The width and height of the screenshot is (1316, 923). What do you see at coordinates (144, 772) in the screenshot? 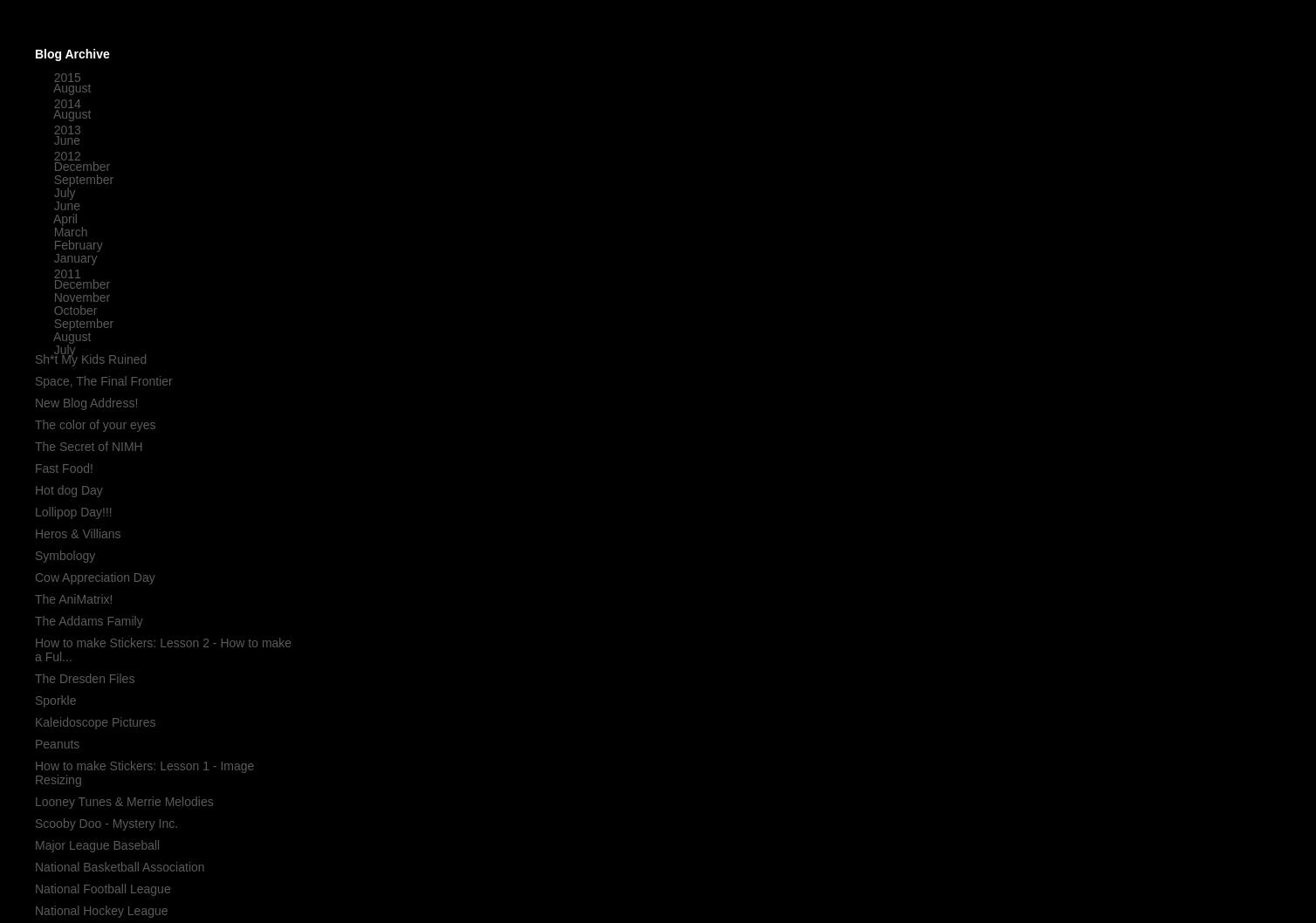
I see `'How to make Stickers: Lesson 1 - Image Resizing'` at bounding box center [144, 772].